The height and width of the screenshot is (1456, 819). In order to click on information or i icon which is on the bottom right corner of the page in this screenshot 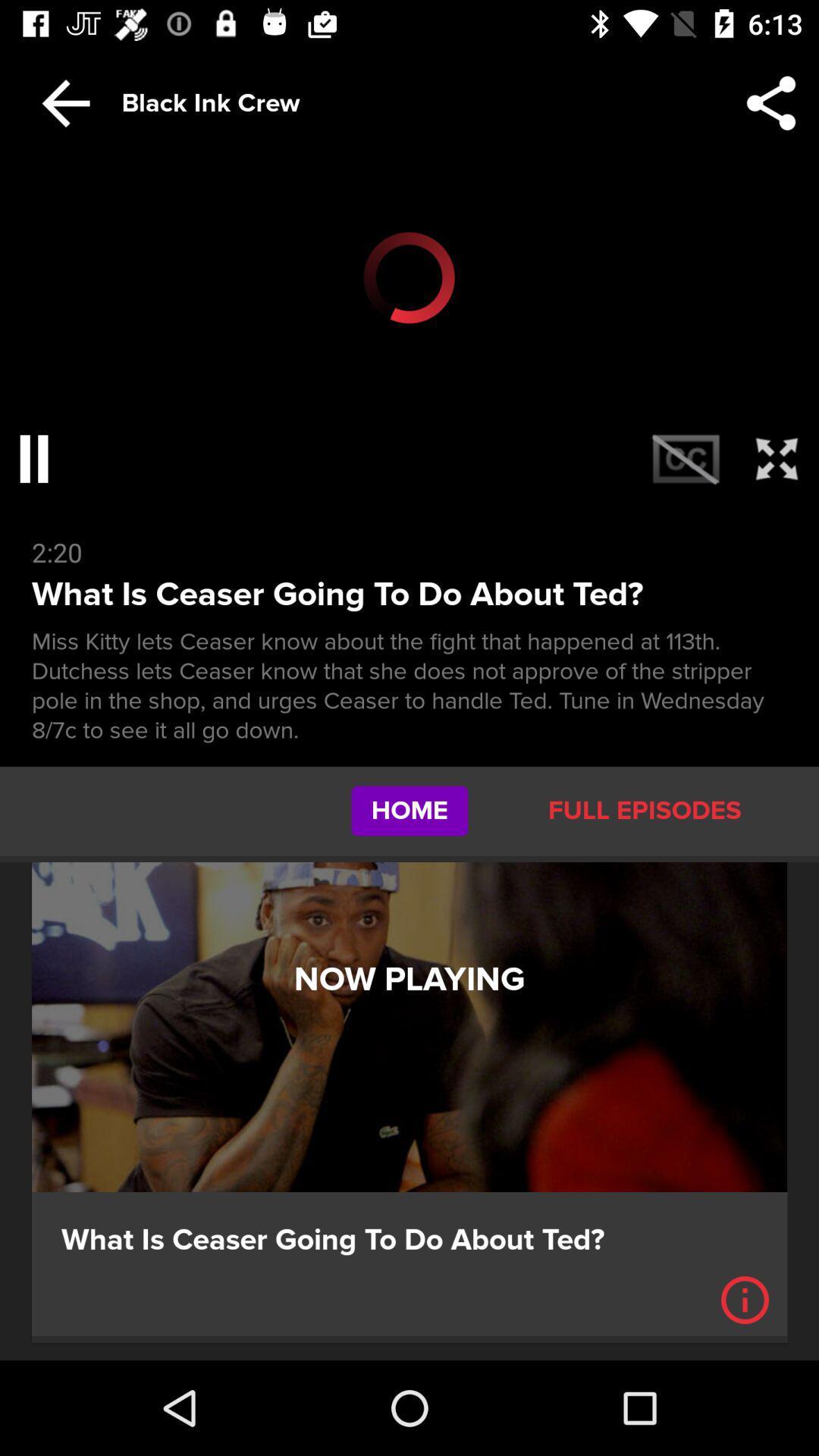, I will do `click(745, 1299)`.